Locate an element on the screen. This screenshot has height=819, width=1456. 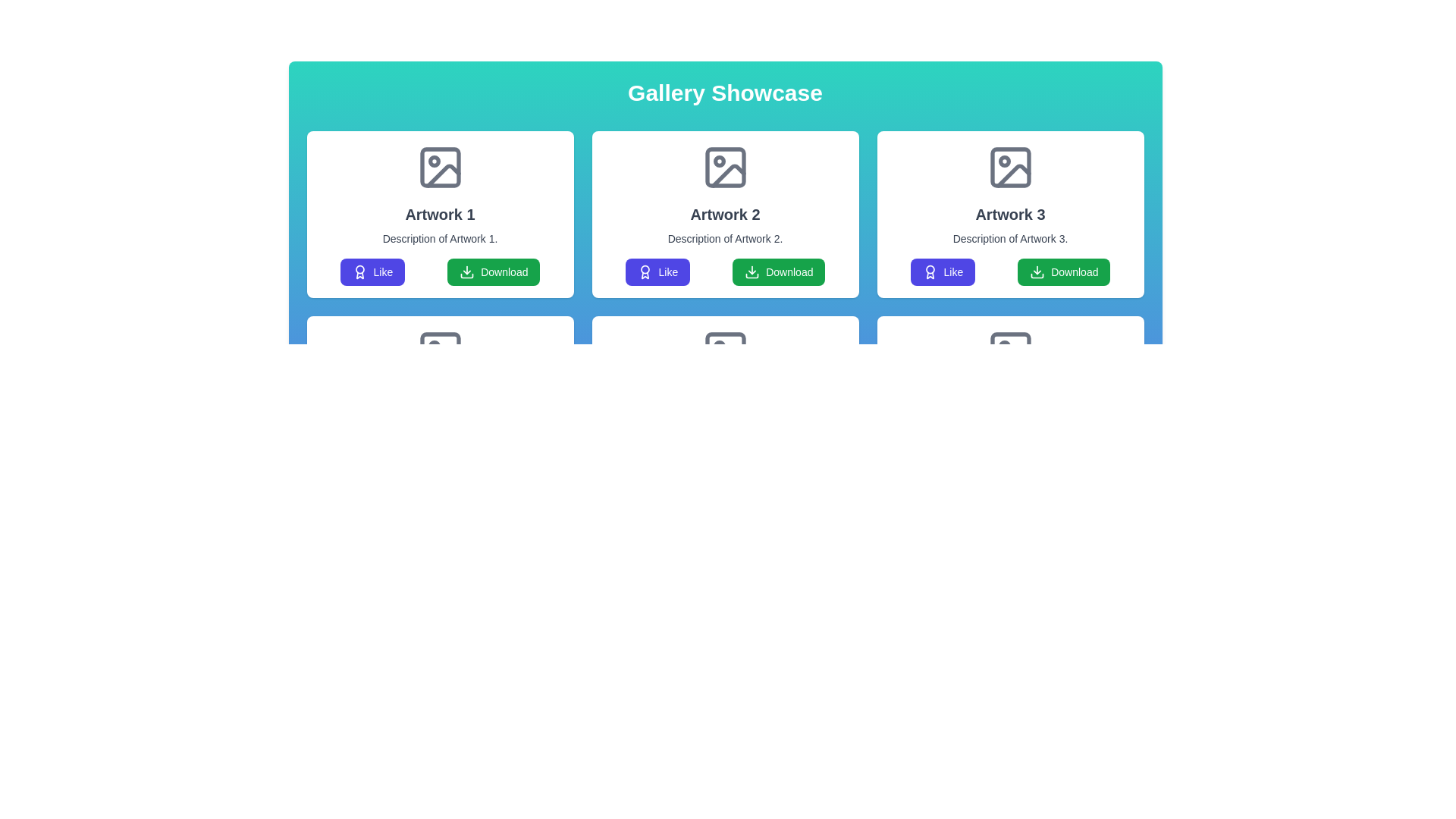
the decorative graphic component located in the top-left corner of the gallery card labeled 'Artwork 1' is located at coordinates (439, 167).